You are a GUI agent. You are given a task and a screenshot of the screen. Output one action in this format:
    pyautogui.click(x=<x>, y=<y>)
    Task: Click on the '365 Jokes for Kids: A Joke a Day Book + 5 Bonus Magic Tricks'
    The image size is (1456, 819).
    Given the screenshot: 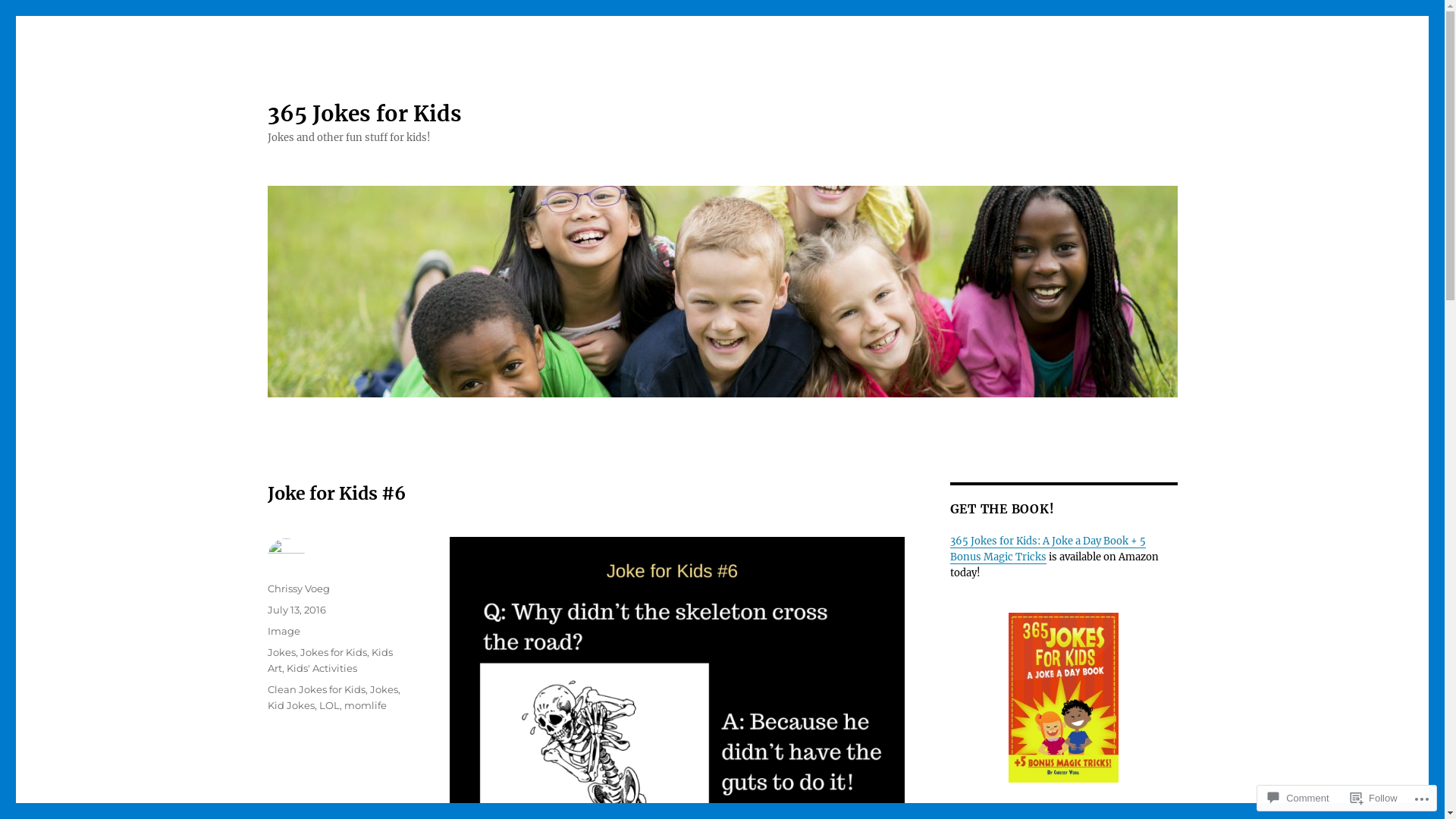 What is the action you would take?
    pyautogui.click(x=1046, y=549)
    